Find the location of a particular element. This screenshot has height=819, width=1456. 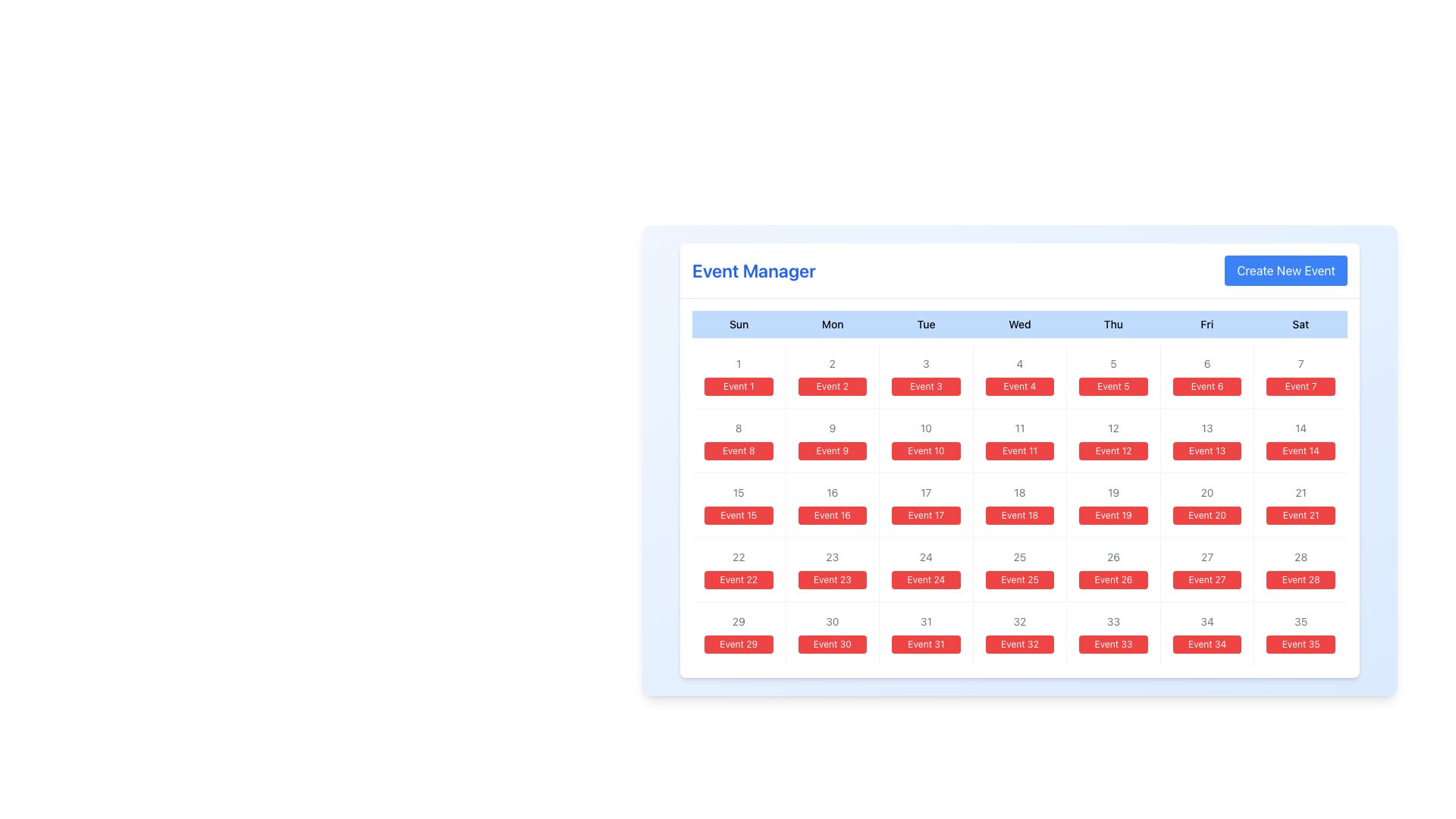

text of the Button-like Label indicating an event scheduled for the date '29' in the calendar grid is located at coordinates (739, 644).